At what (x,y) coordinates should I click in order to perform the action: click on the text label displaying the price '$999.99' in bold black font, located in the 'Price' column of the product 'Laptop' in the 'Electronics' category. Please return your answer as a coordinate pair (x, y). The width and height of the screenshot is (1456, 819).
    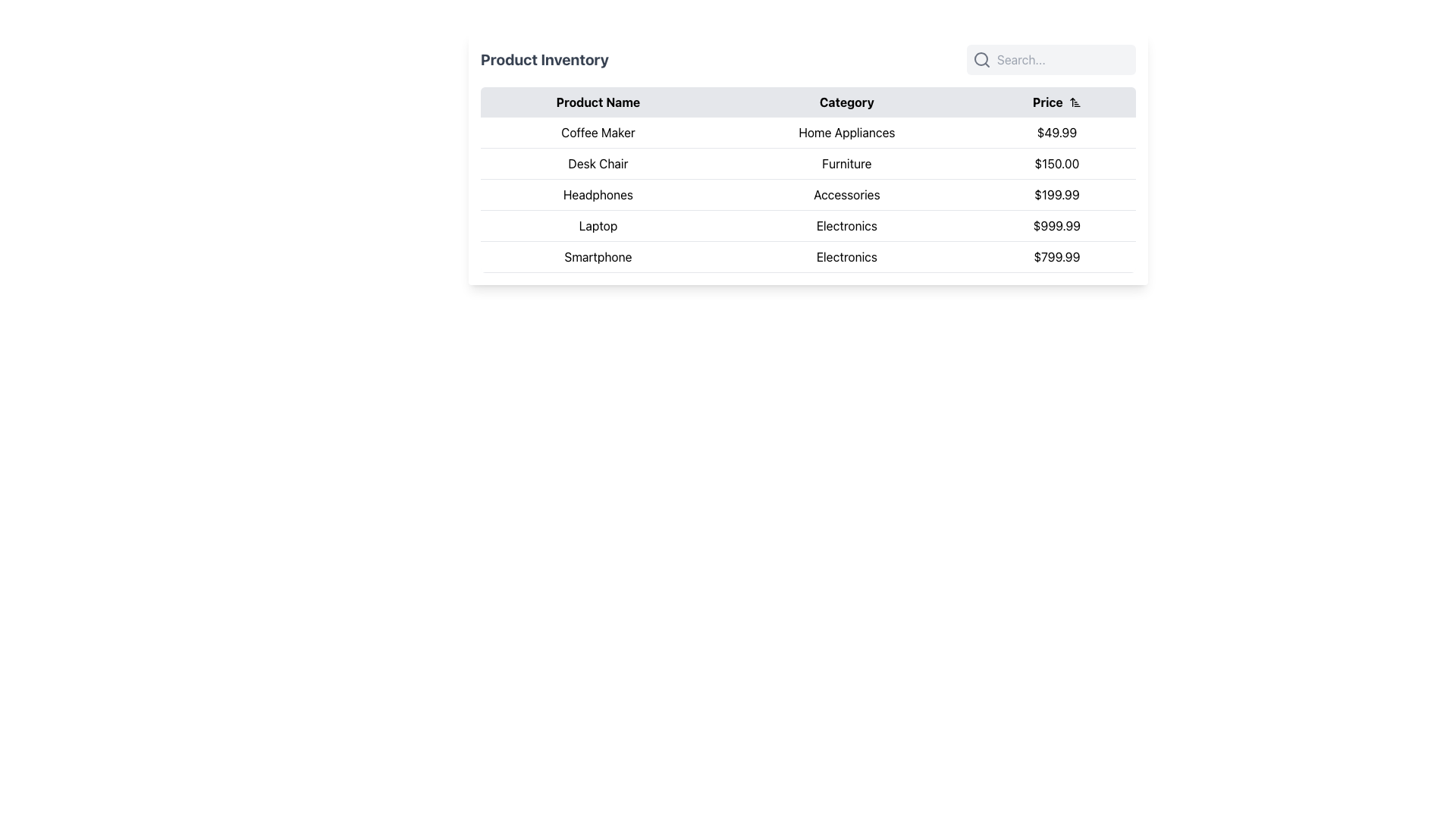
    Looking at the image, I should click on (1056, 225).